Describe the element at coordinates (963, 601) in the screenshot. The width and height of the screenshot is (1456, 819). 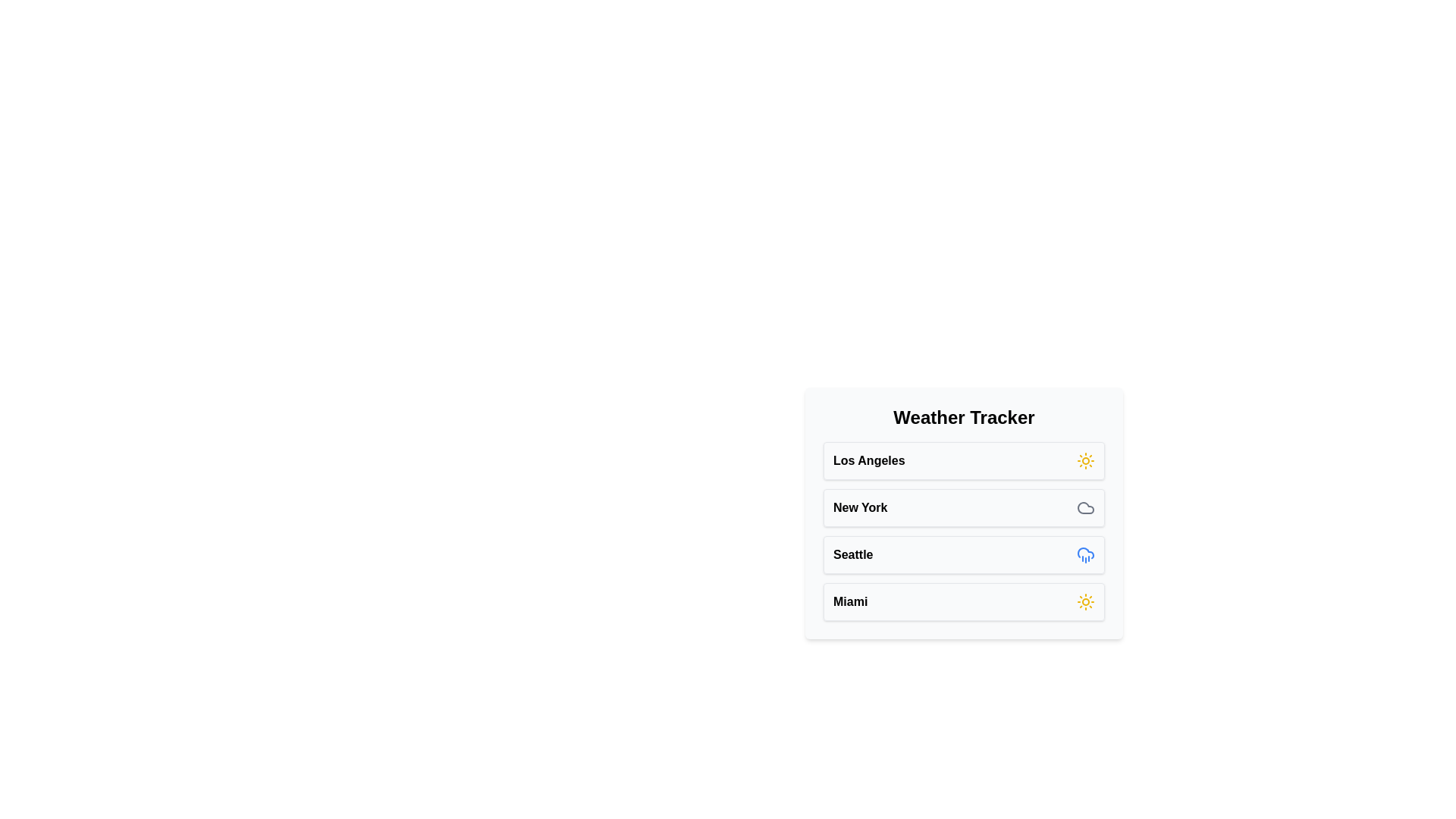
I see `the city row corresponding to Miami to toggle its weather status` at that location.